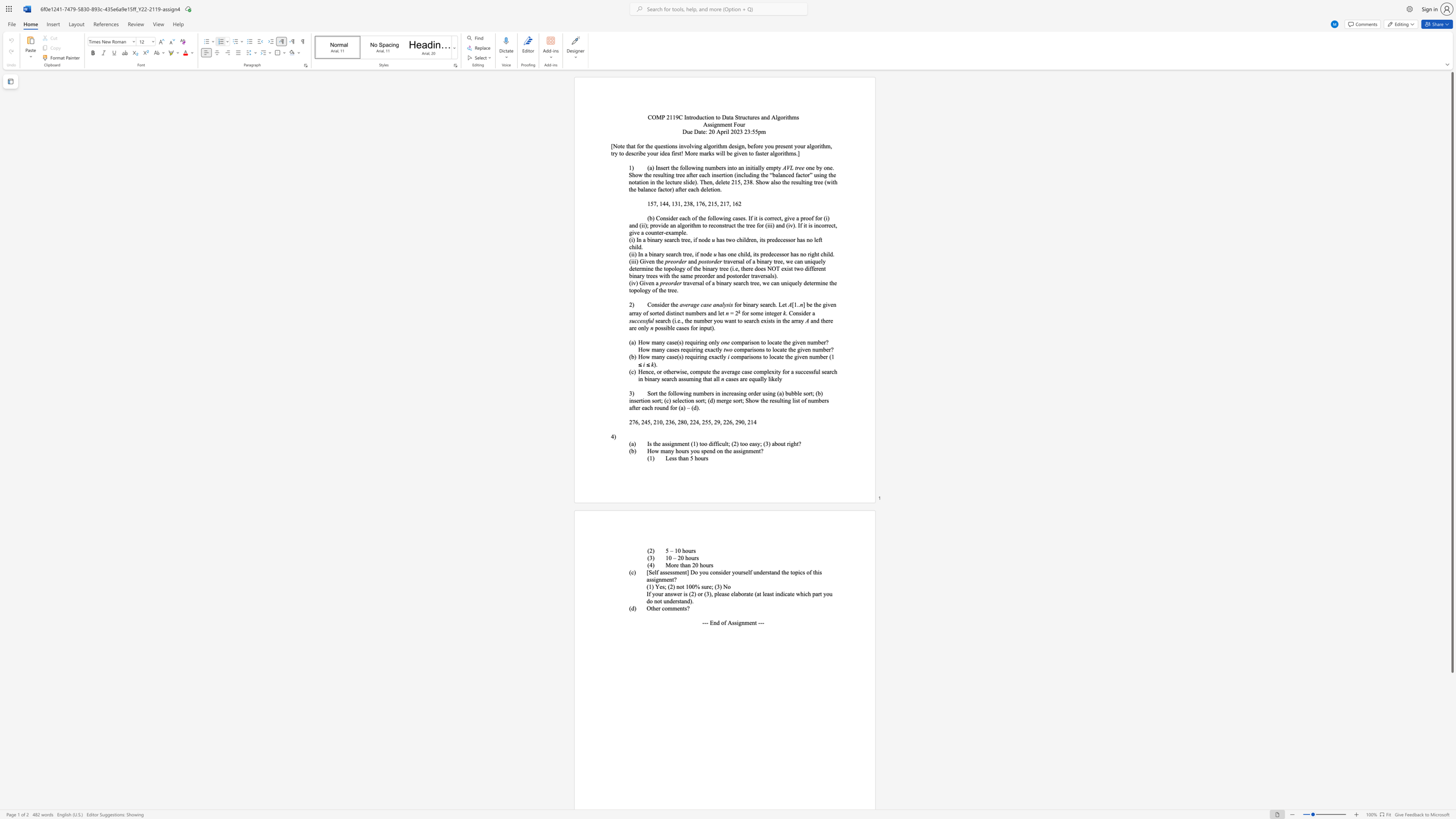 The image size is (1456, 819). I want to click on the 1th character "q" in the text, so click(753, 379).